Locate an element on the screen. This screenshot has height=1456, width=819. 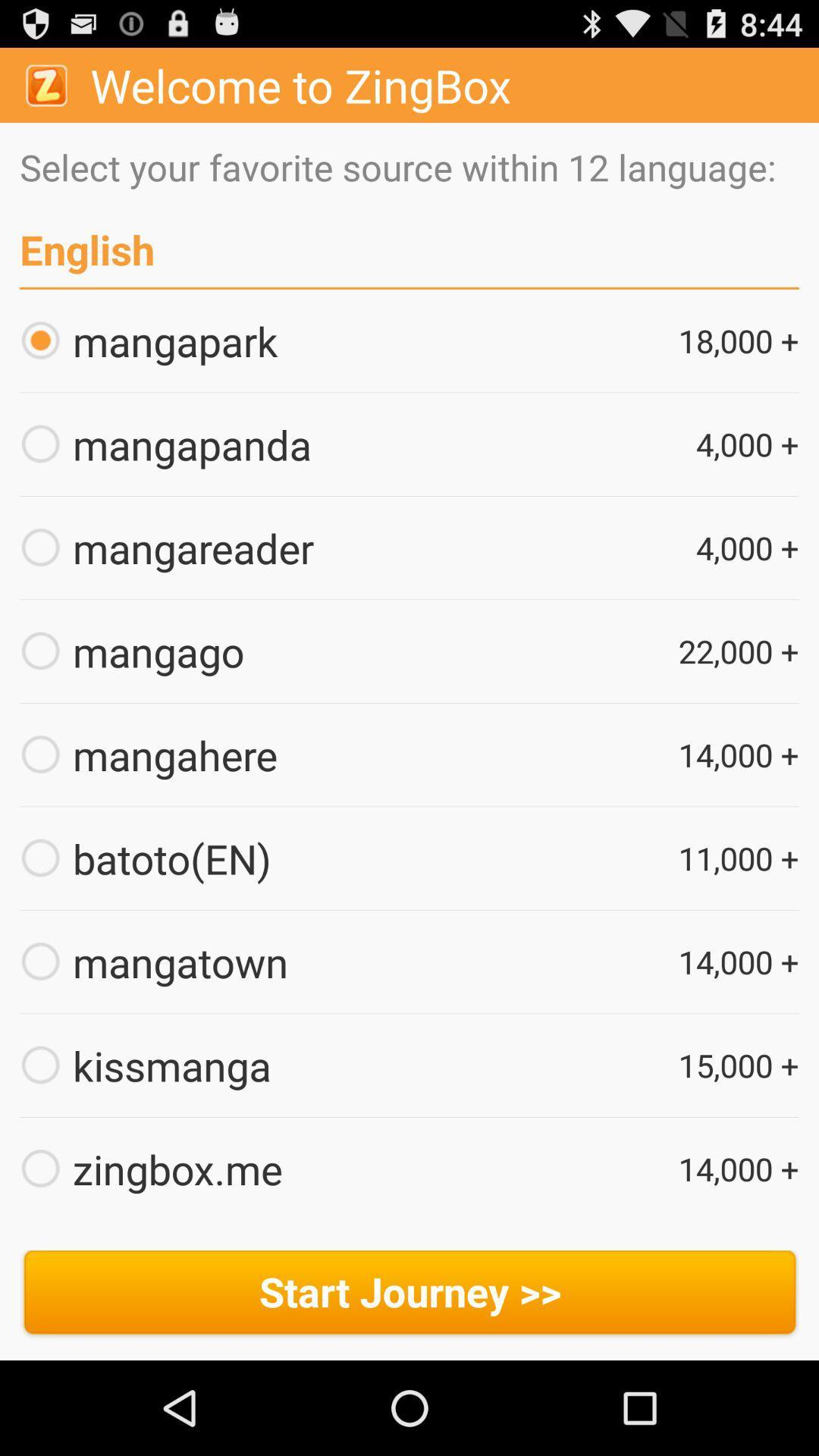
tap on the button start journey present at the bottom of the page is located at coordinates (409, 1294).